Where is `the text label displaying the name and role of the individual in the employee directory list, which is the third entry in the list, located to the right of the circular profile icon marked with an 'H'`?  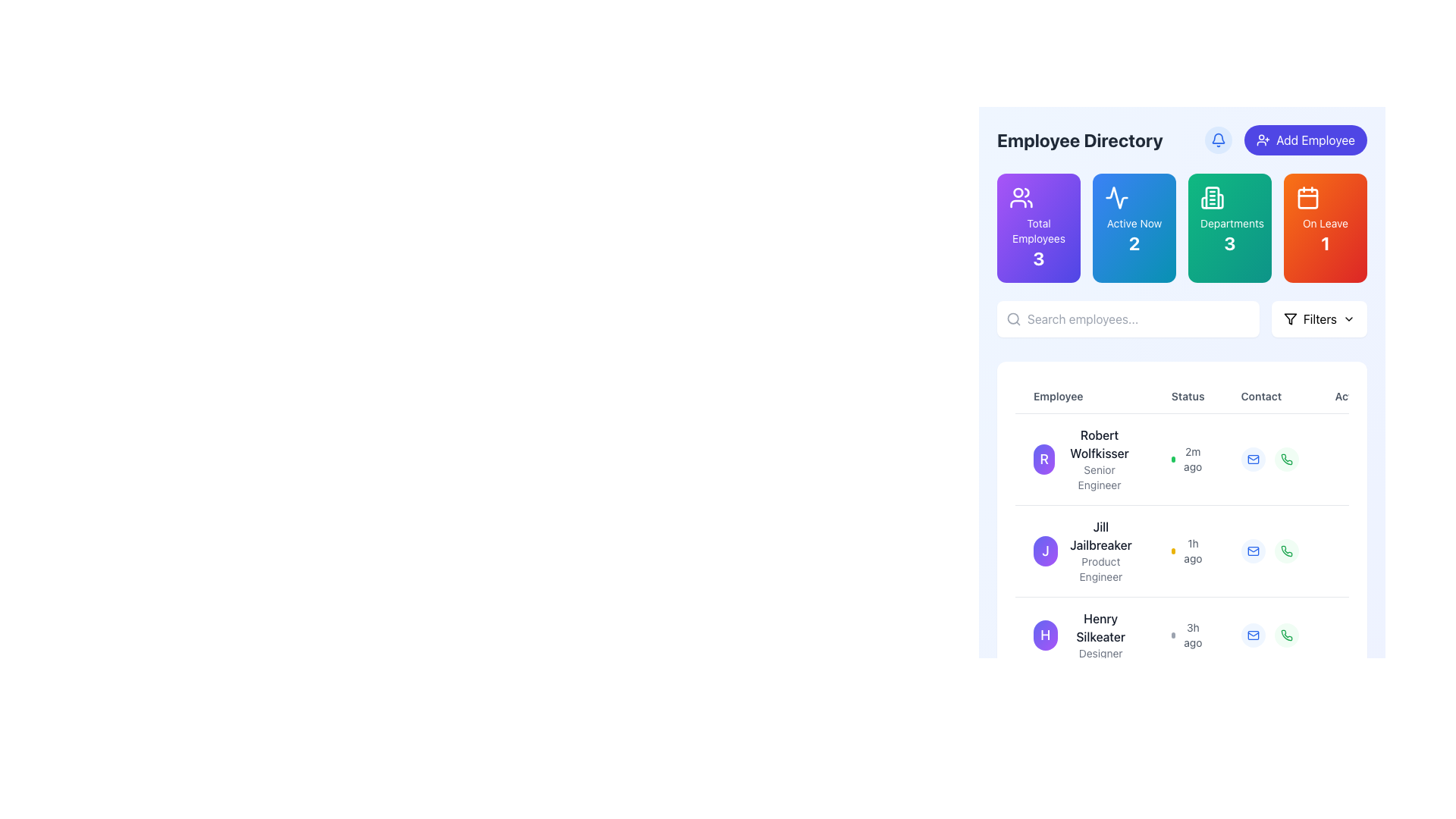
the text label displaying the name and role of the individual in the employee directory list, which is the third entry in the list, located to the right of the circular profile icon marked with an 'H' is located at coordinates (1100, 635).